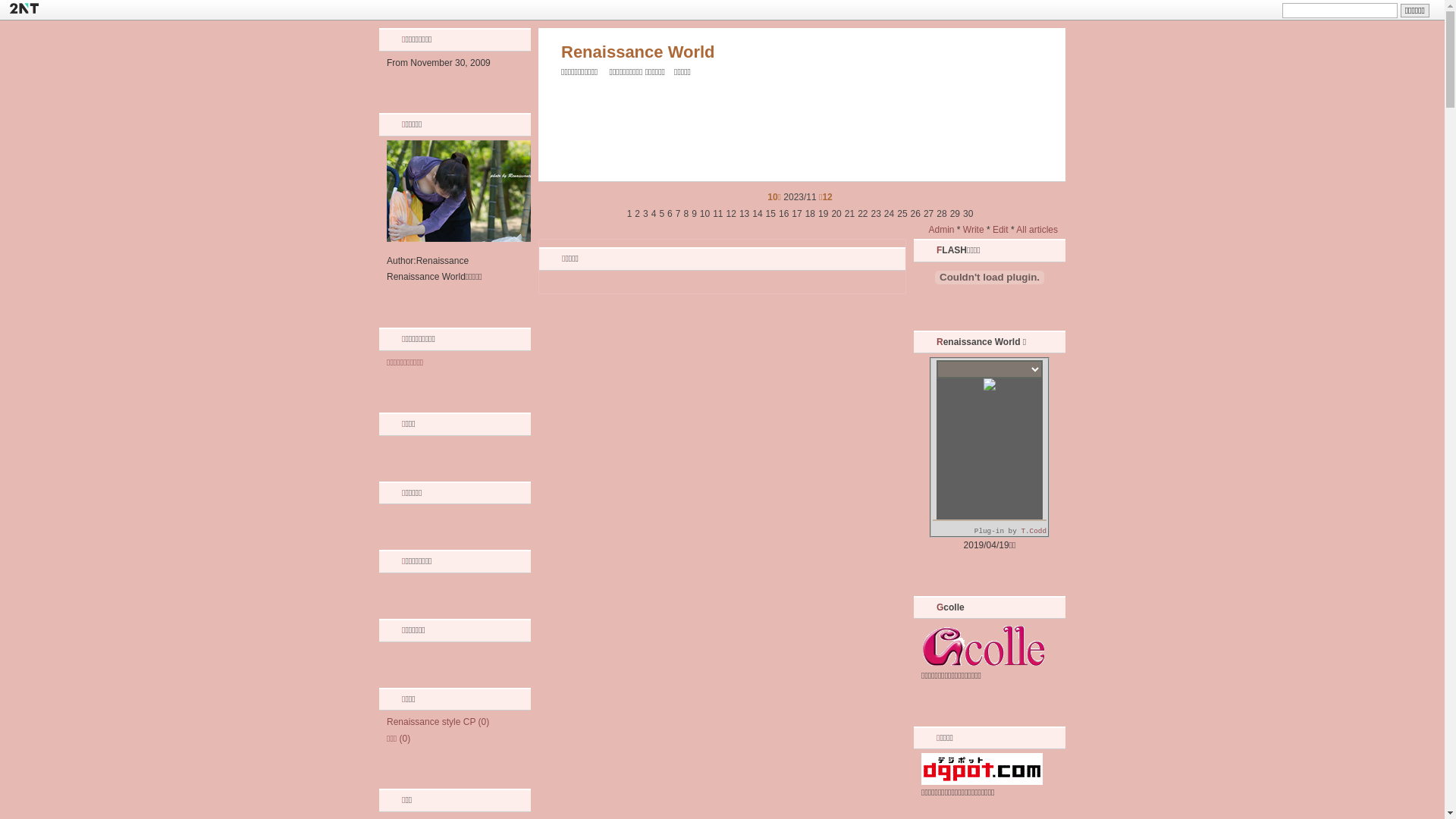 This screenshot has width=1456, height=819. I want to click on 'Edit', so click(1000, 230).